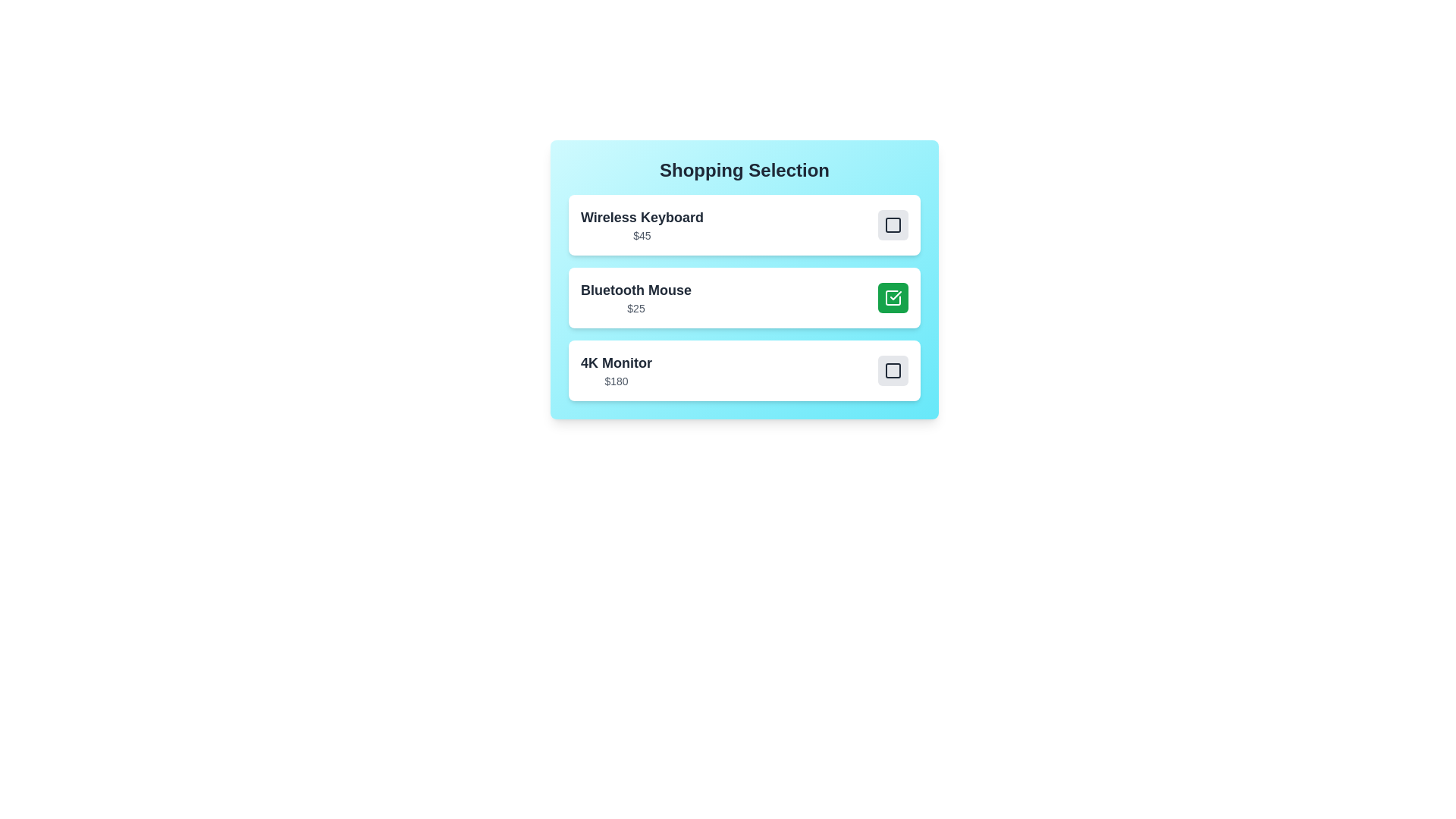 Image resolution: width=1456 pixels, height=819 pixels. I want to click on the selection indicator icon located to the right of the 'Bluetooth Mouse' label to deselect the option, so click(893, 298).